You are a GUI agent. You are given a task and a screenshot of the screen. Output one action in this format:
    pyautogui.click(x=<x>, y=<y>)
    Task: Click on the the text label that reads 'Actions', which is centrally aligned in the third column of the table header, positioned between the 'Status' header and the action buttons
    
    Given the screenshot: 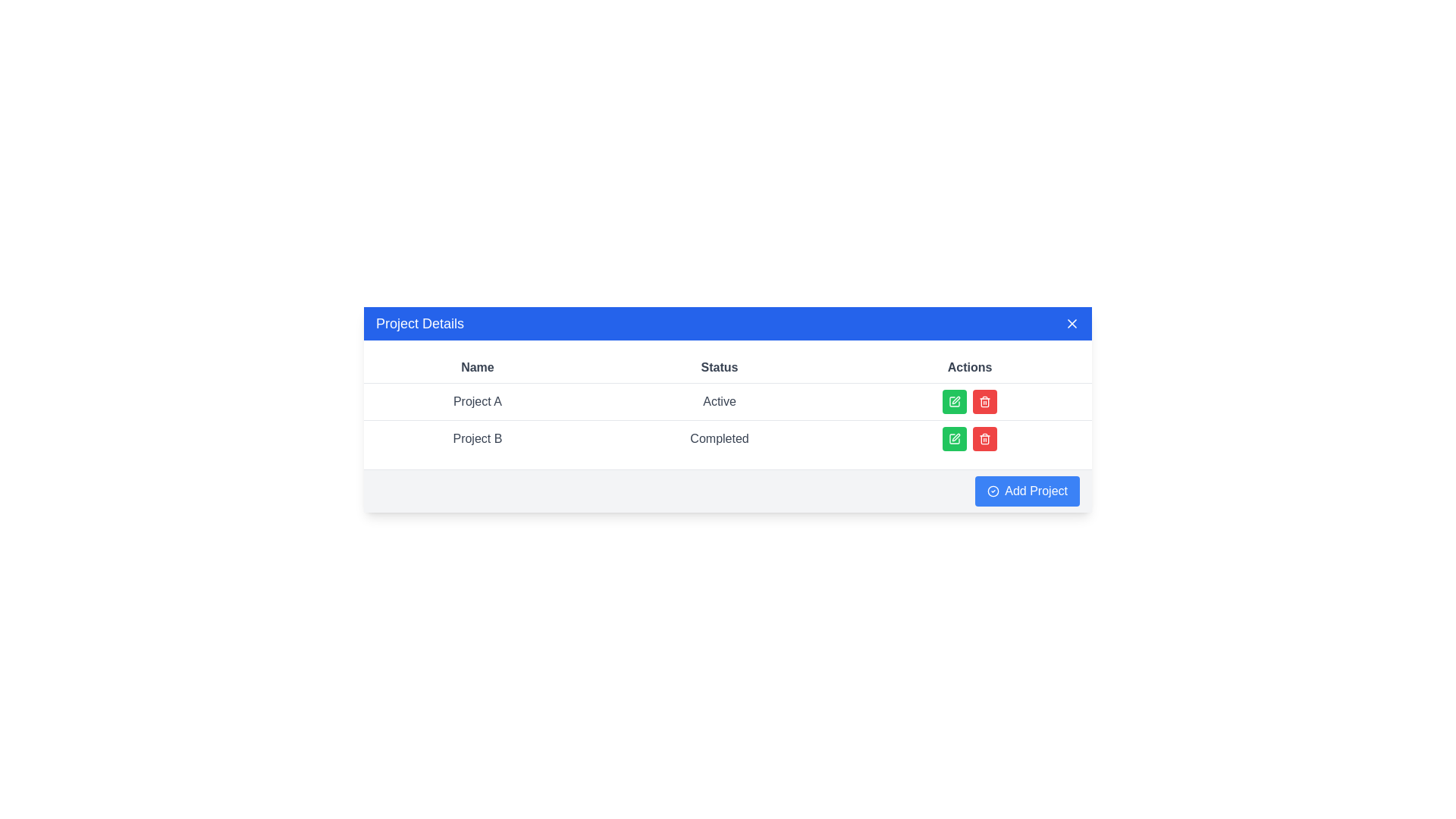 What is the action you would take?
    pyautogui.click(x=969, y=367)
    